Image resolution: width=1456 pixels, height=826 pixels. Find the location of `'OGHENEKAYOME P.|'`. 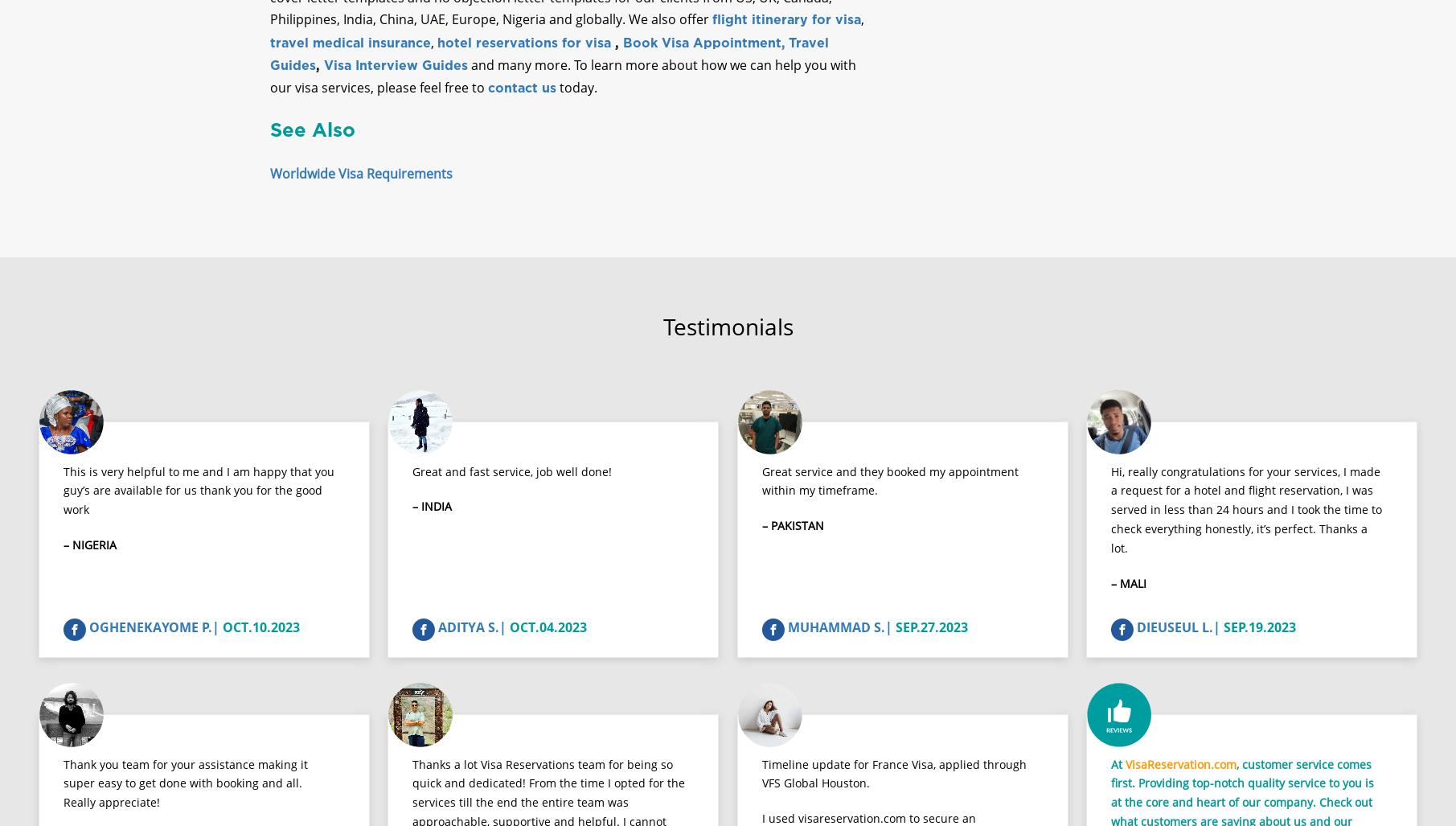

'OGHENEKAYOME P.|' is located at coordinates (153, 639).